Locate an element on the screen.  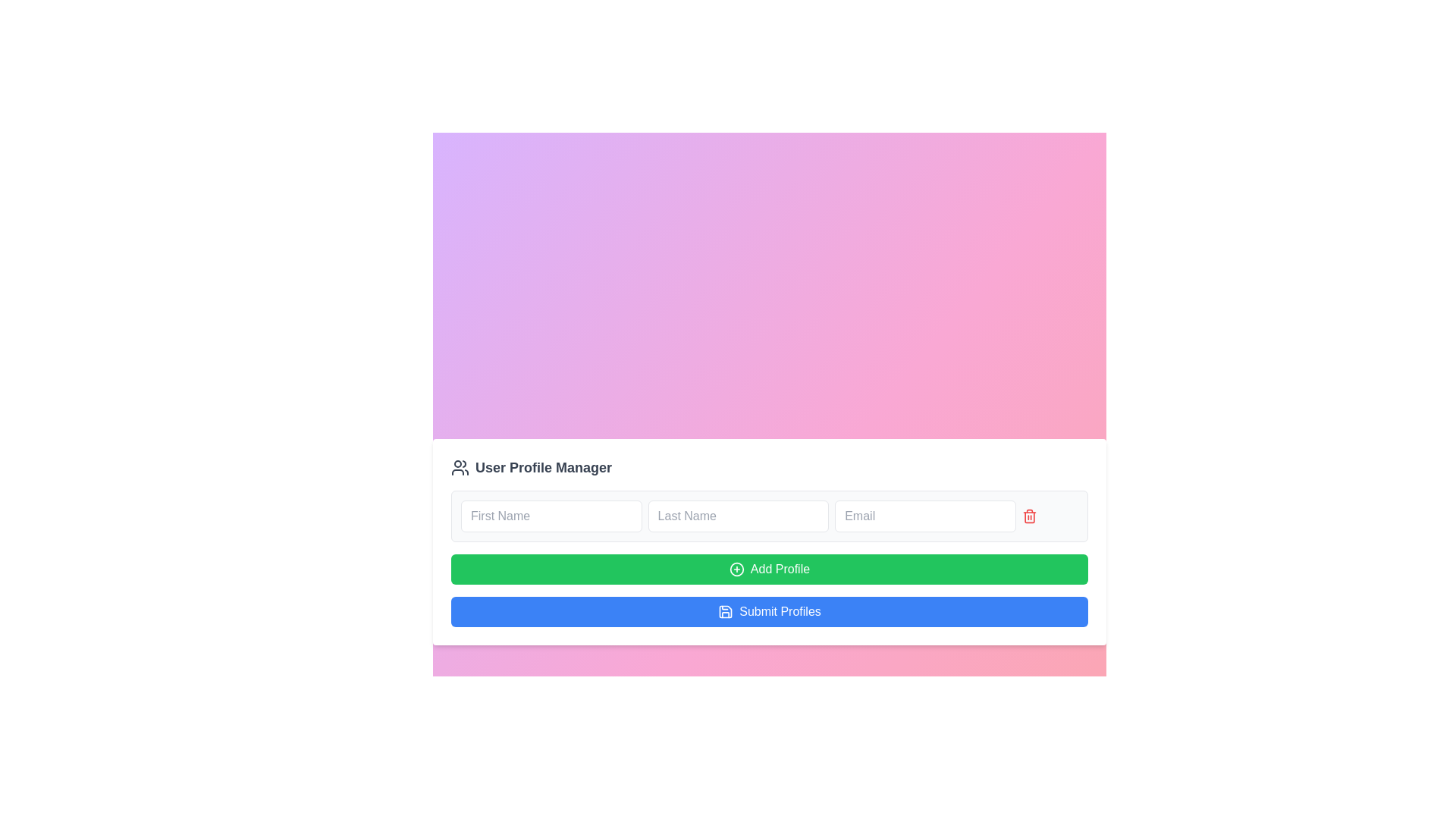
the 'save' icon located to the left of the 'Submit Profiles' button, which represents the action of saving or submitting data is located at coordinates (725, 610).